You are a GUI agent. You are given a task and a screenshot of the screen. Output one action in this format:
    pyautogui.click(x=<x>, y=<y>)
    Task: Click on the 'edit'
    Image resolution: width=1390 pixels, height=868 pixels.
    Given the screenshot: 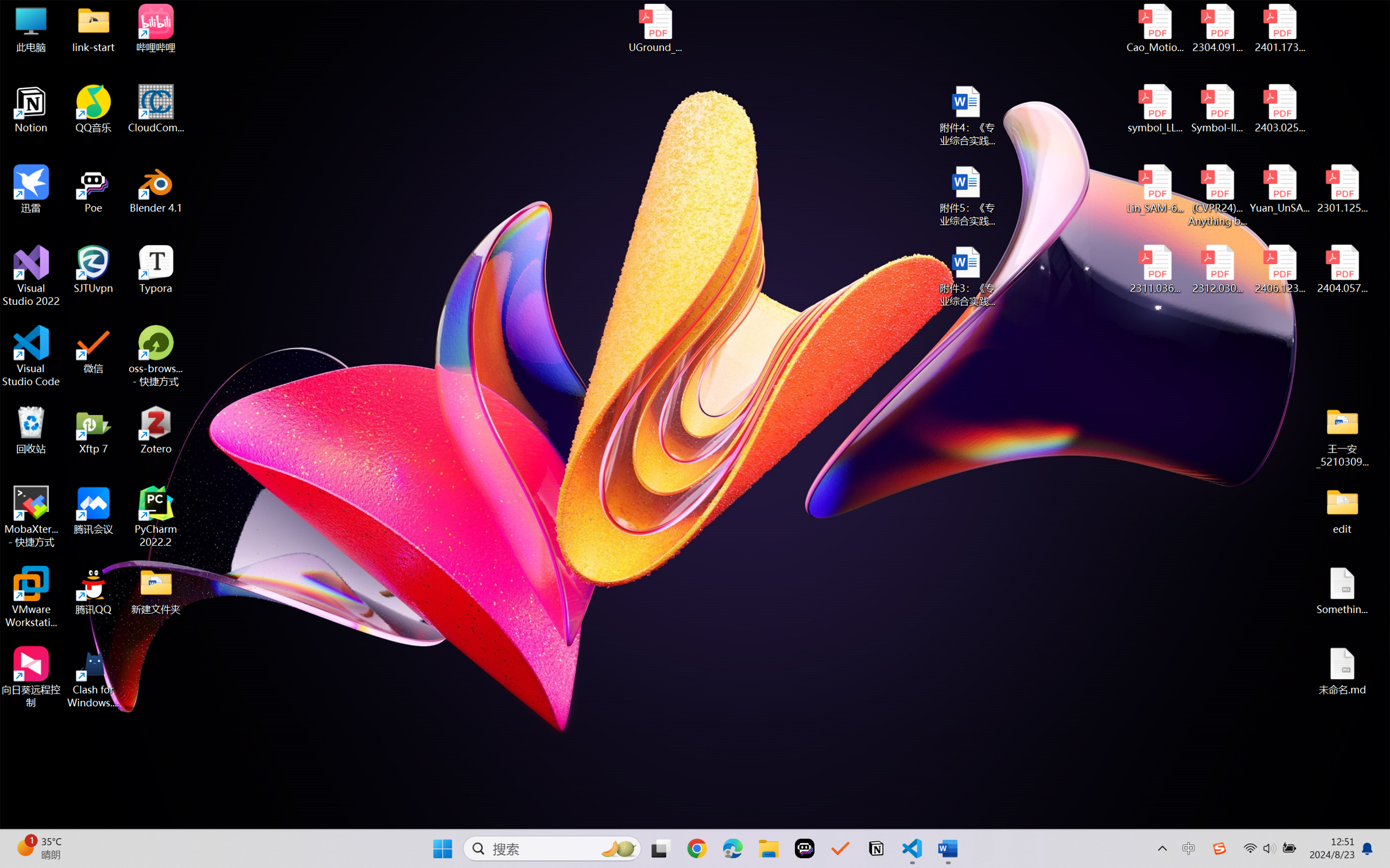 What is the action you would take?
    pyautogui.click(x=1341, y=509)
    